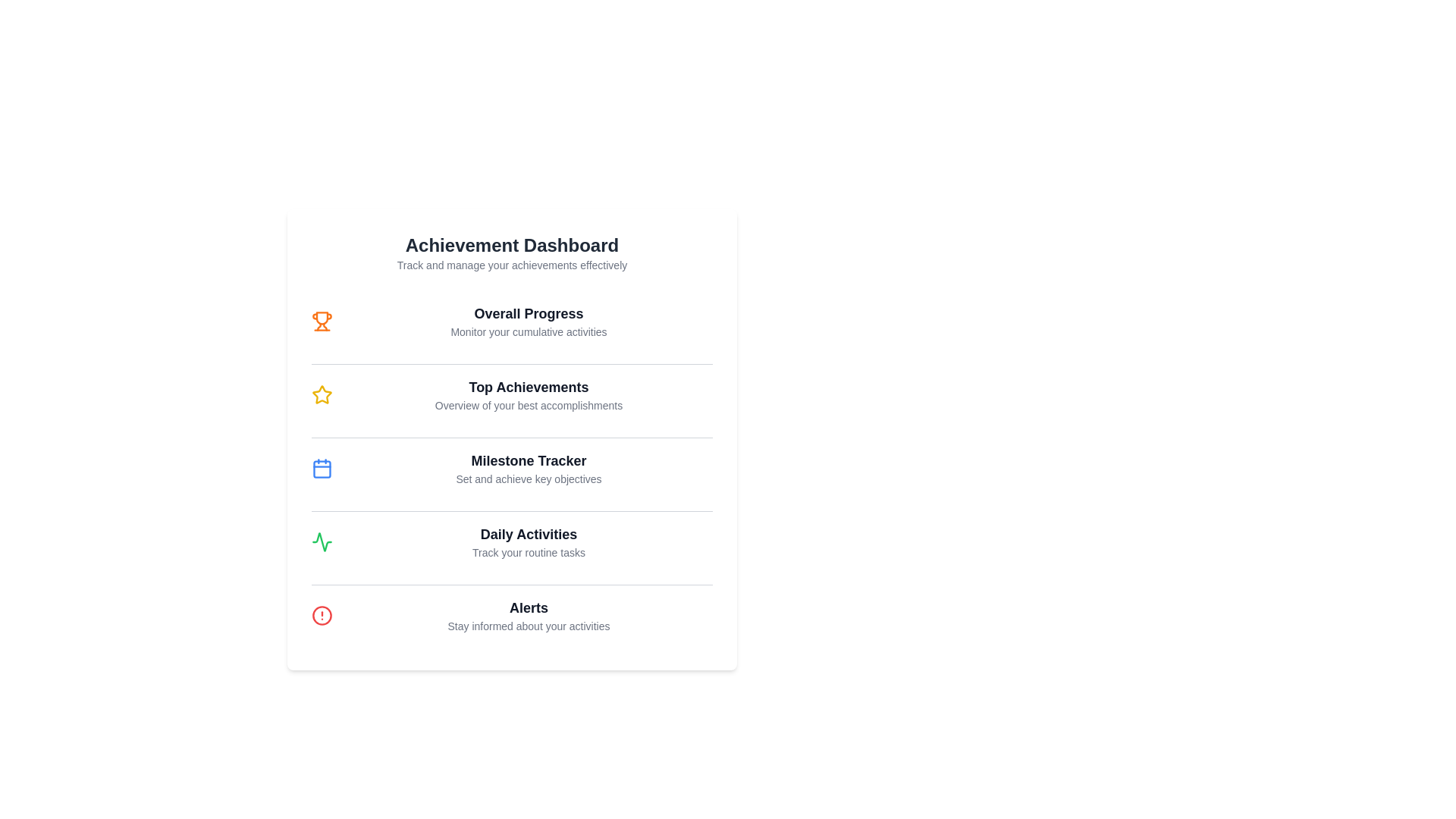 The width and height of the screenshot is (1456, 819). I want to click on the 'Milestone Tracker' title text label, which is the third item in the vertical list of sections, positioned between 'Top Achievements' and 'Daily Activities', so click(529, 460).